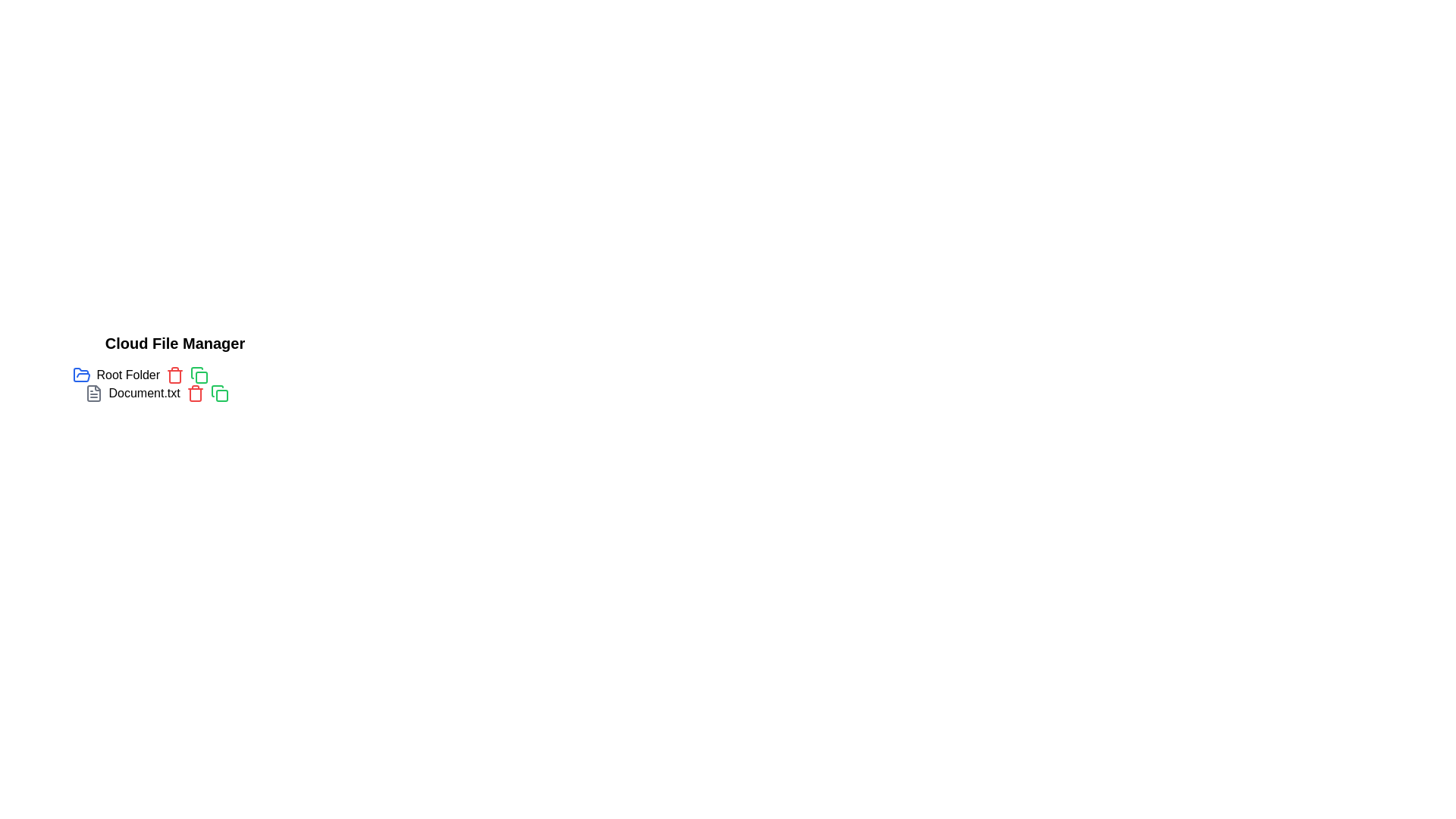  I want to click on the green copy button next to the 'Document.txt' file entry in the Cloud File Manager to duplicate the file, so click(186, 393).